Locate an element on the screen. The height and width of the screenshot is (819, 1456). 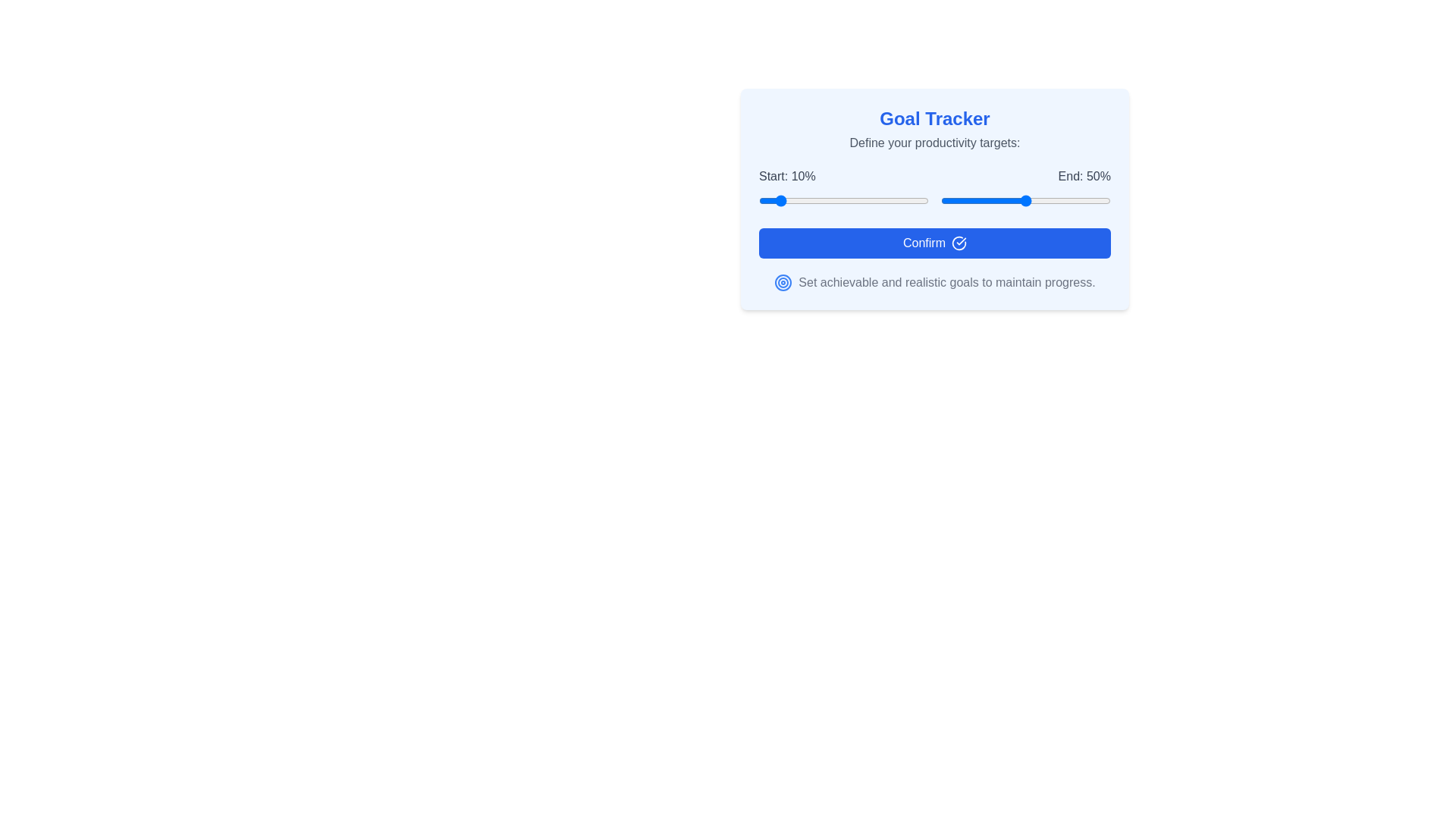
the slider value is located at coordinates (903, 200).